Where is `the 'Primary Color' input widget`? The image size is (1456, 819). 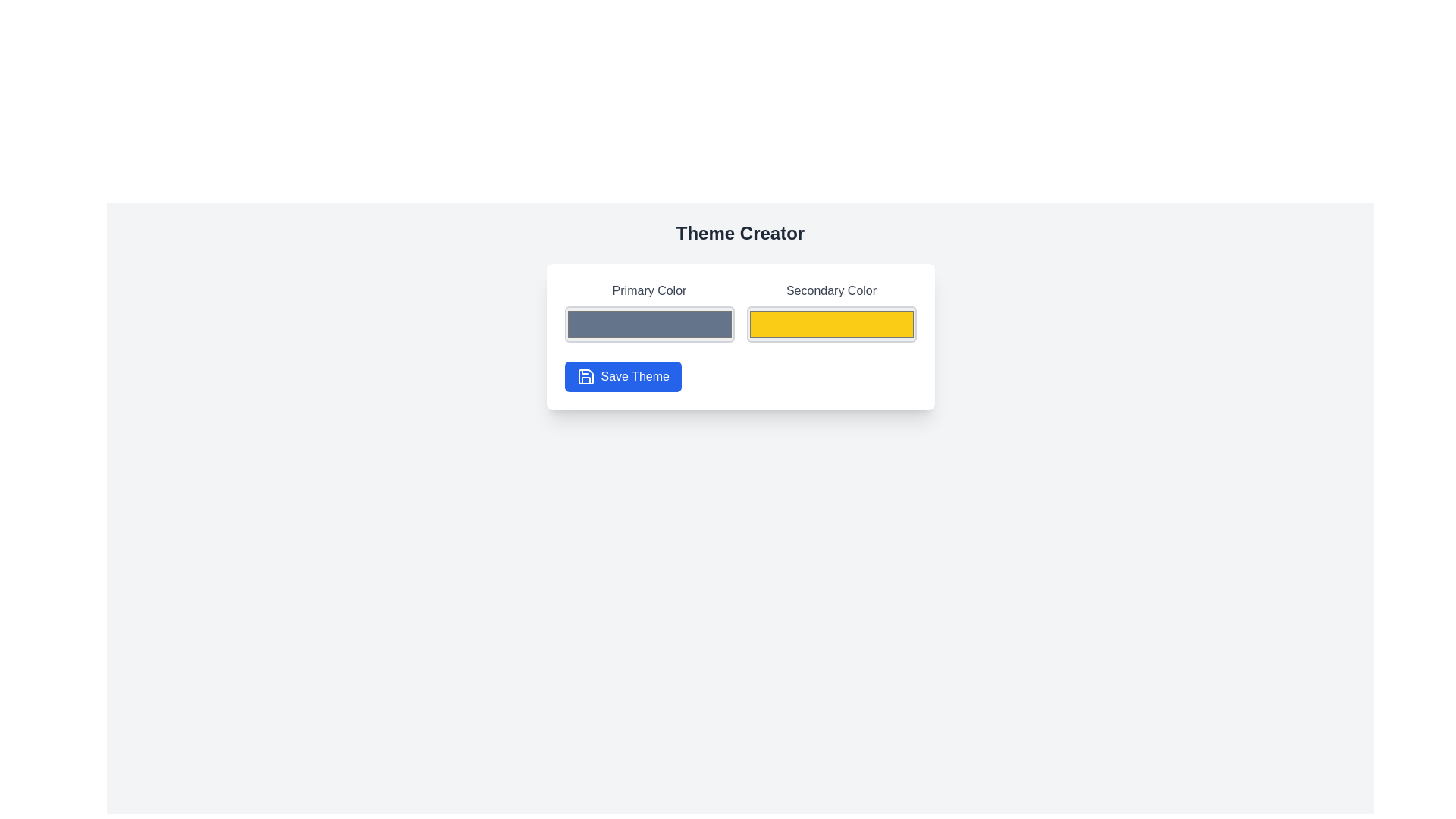 the 'Primary Color' input widget is located at coordinates (649, 312).